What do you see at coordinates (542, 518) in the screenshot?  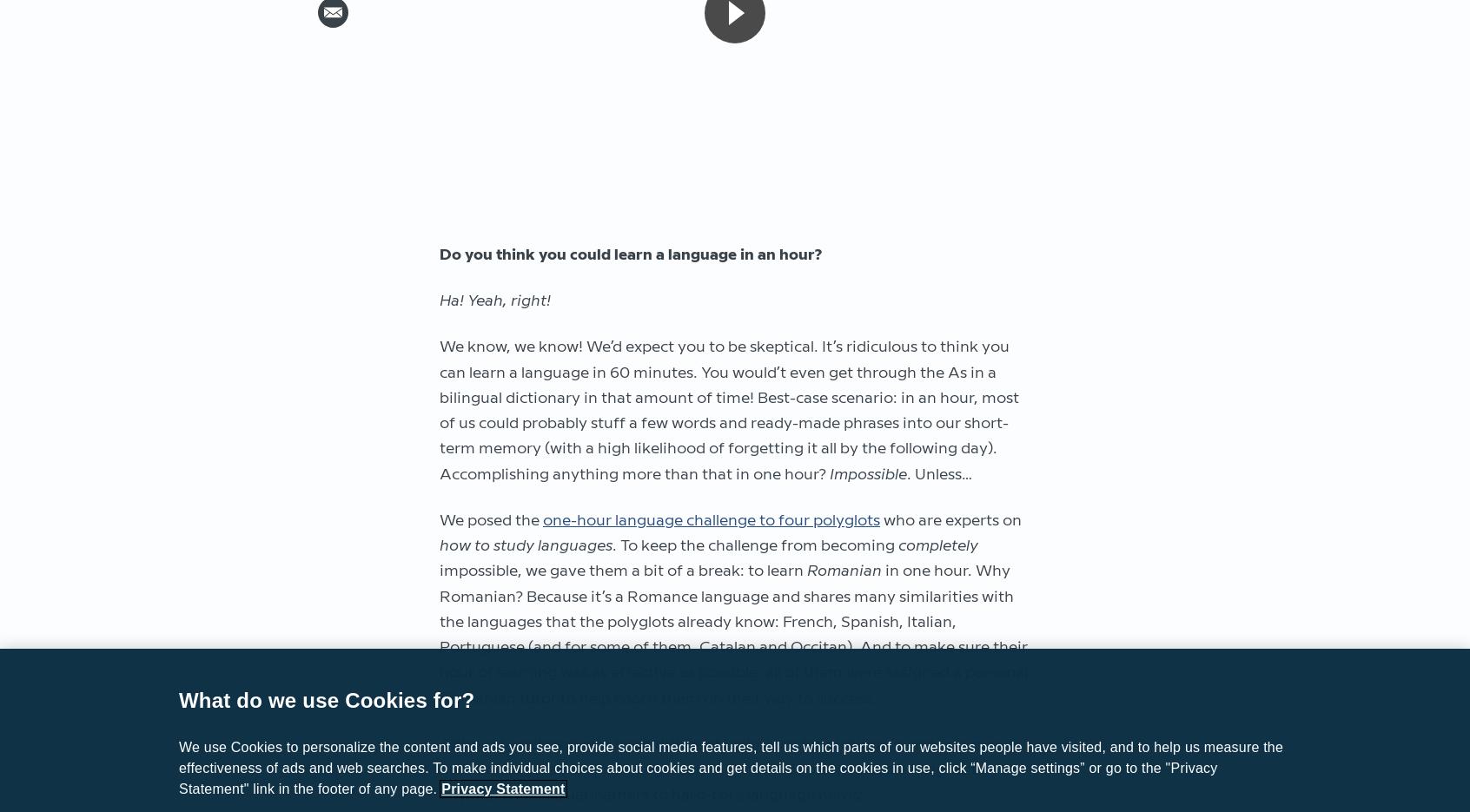 I see `'one-hour language challenge to four polyglots'` at bounding box center [542, 518].